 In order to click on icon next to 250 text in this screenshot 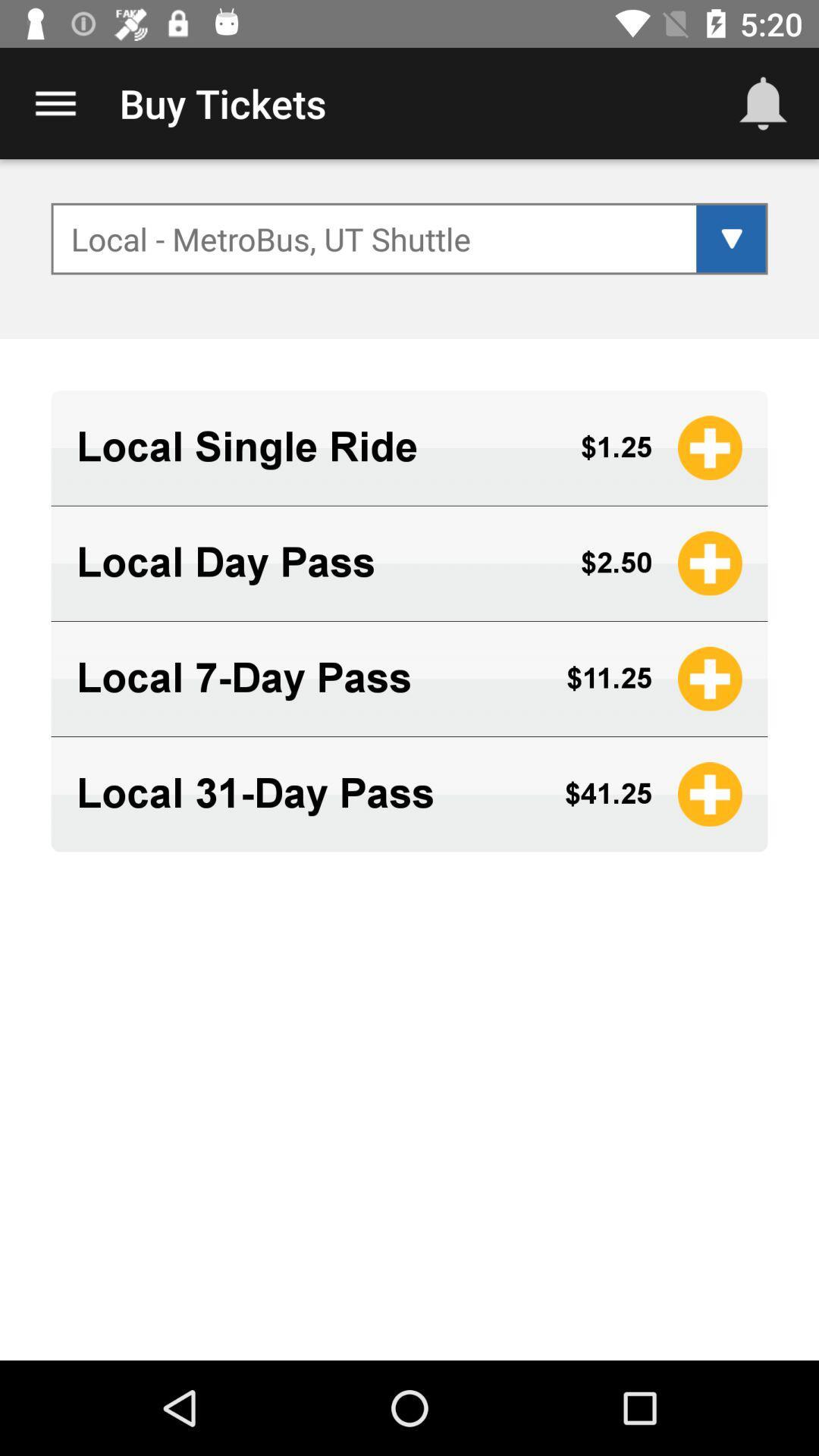, I will do `click(710, 563)`.